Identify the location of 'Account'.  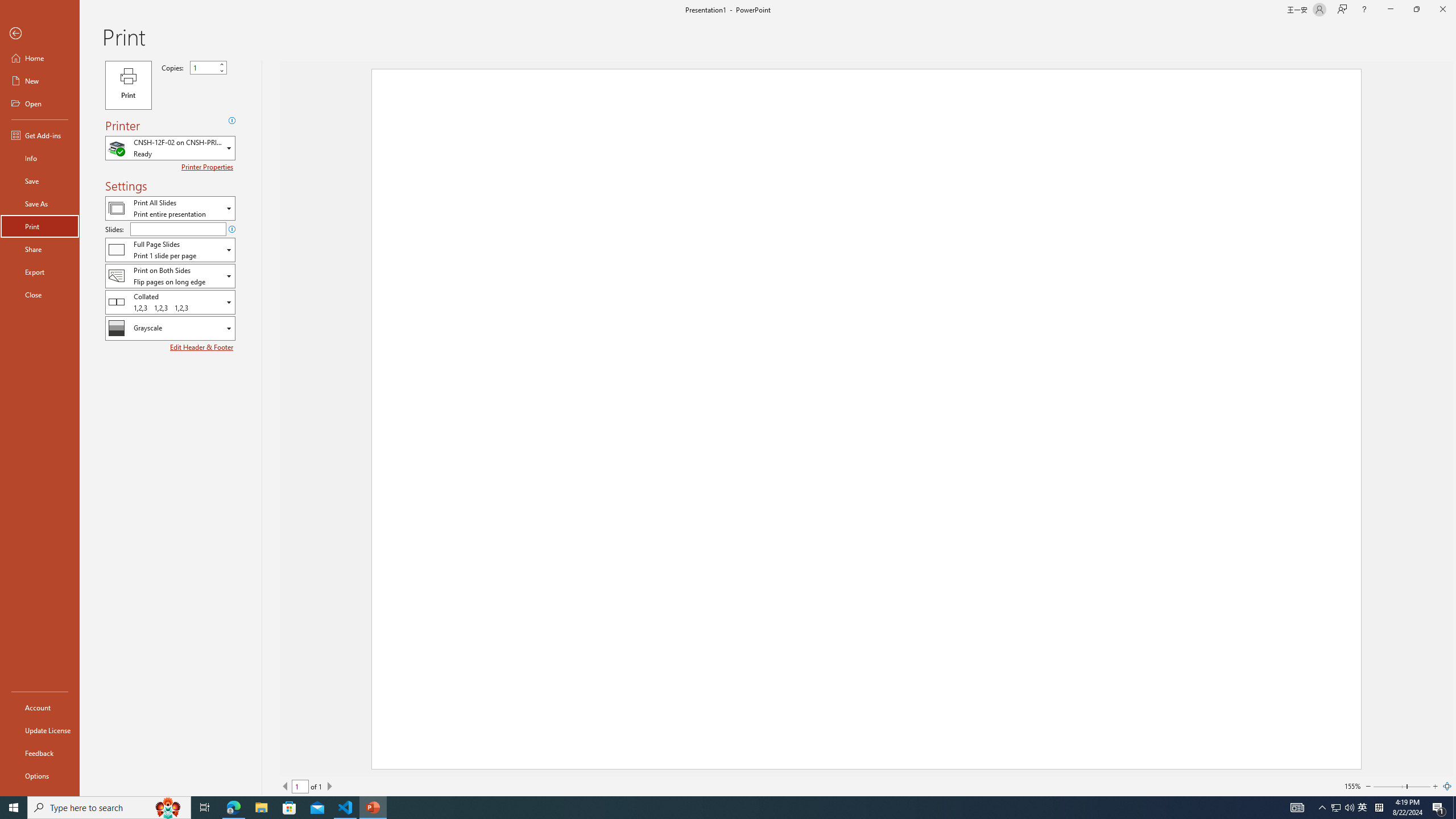
(39, 708).